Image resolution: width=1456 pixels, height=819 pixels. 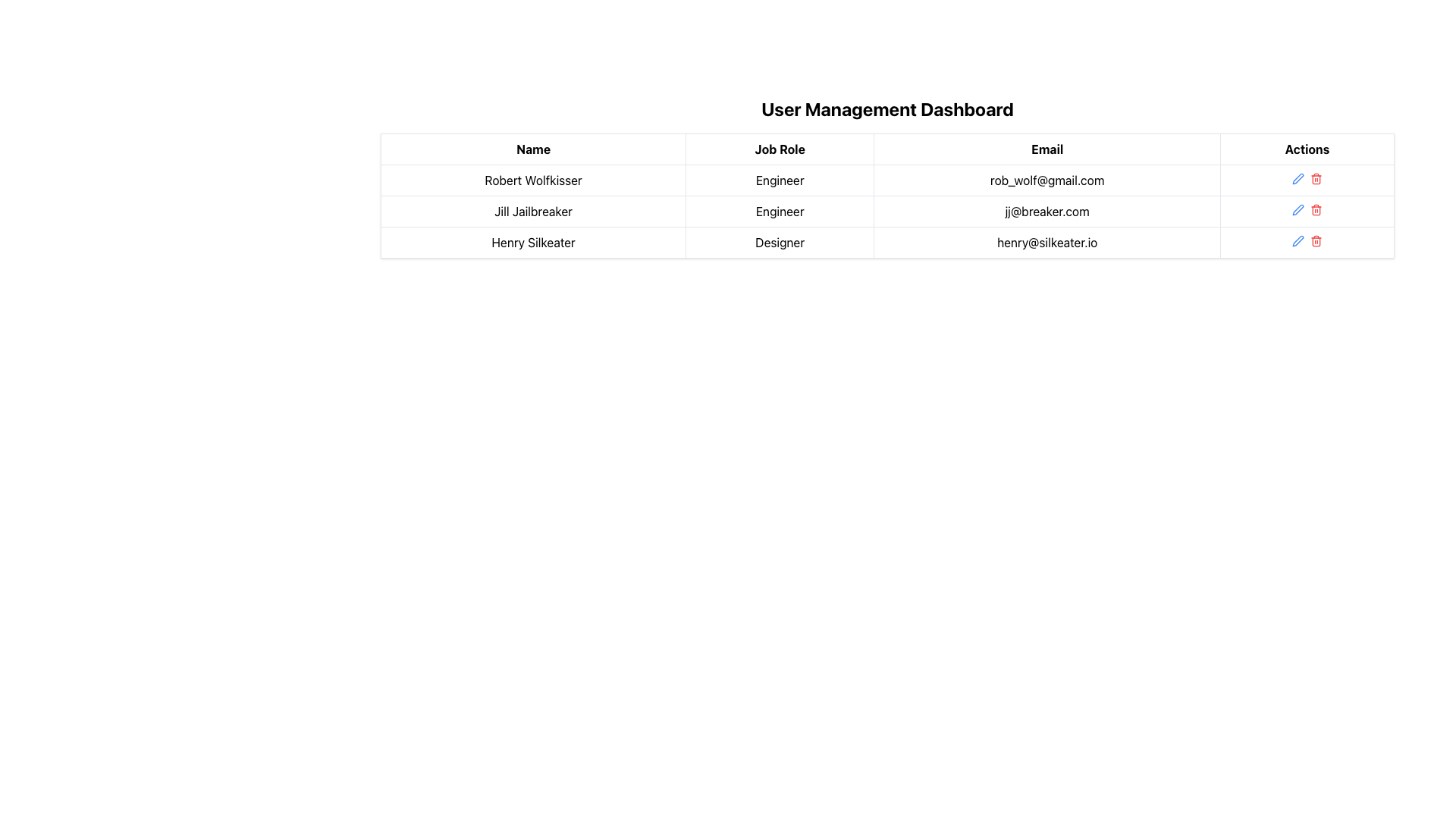 What do you see at coordinates (533, 211) in the screenshot?
I see `the static text element displaying the user's name in the first column of the second row within the User Management Dashboard` at bounding box center [533, 211].